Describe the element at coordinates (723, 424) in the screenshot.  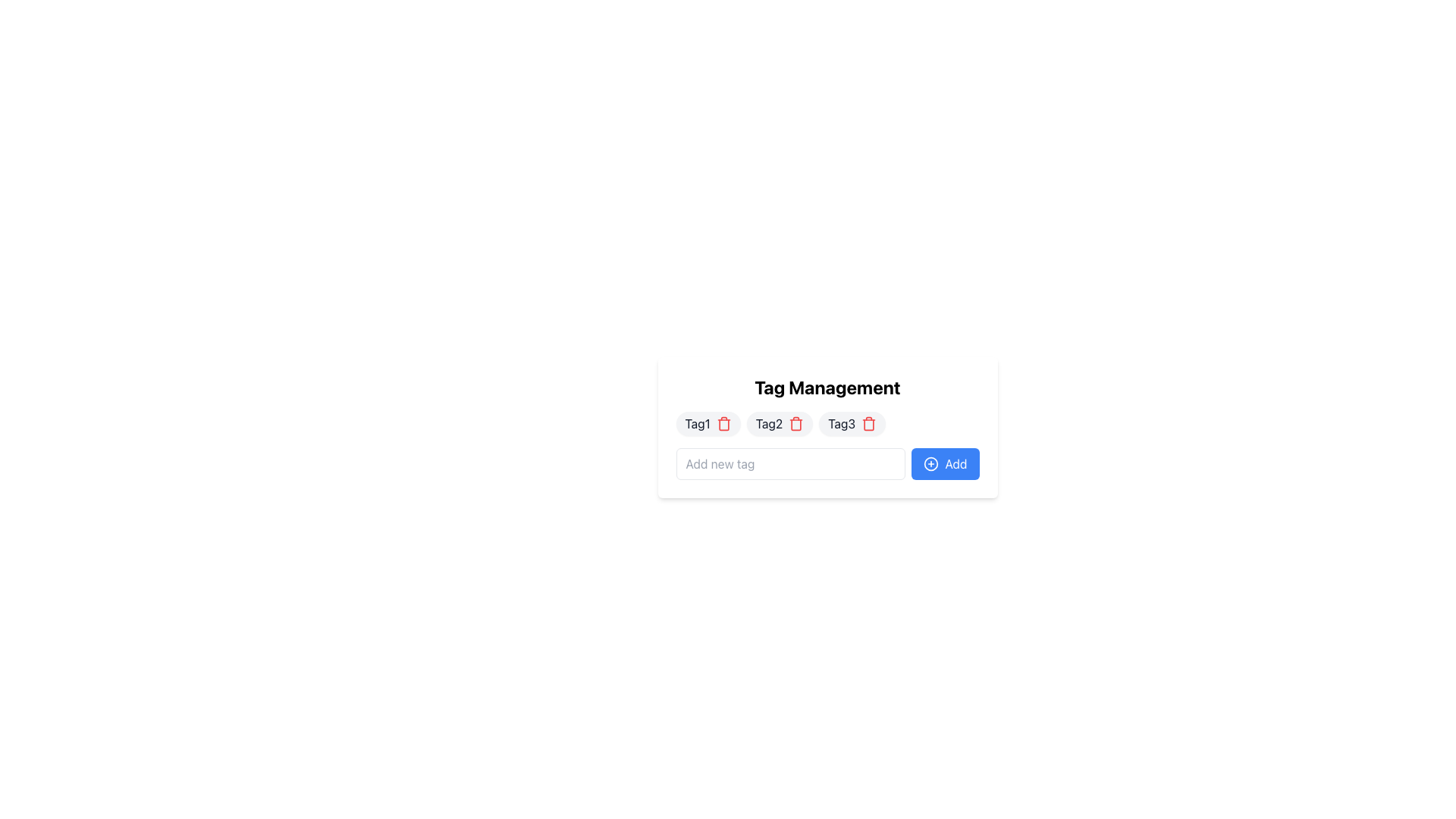
I see `the delete icon located to the right of the 'Tag1' component` at that location.